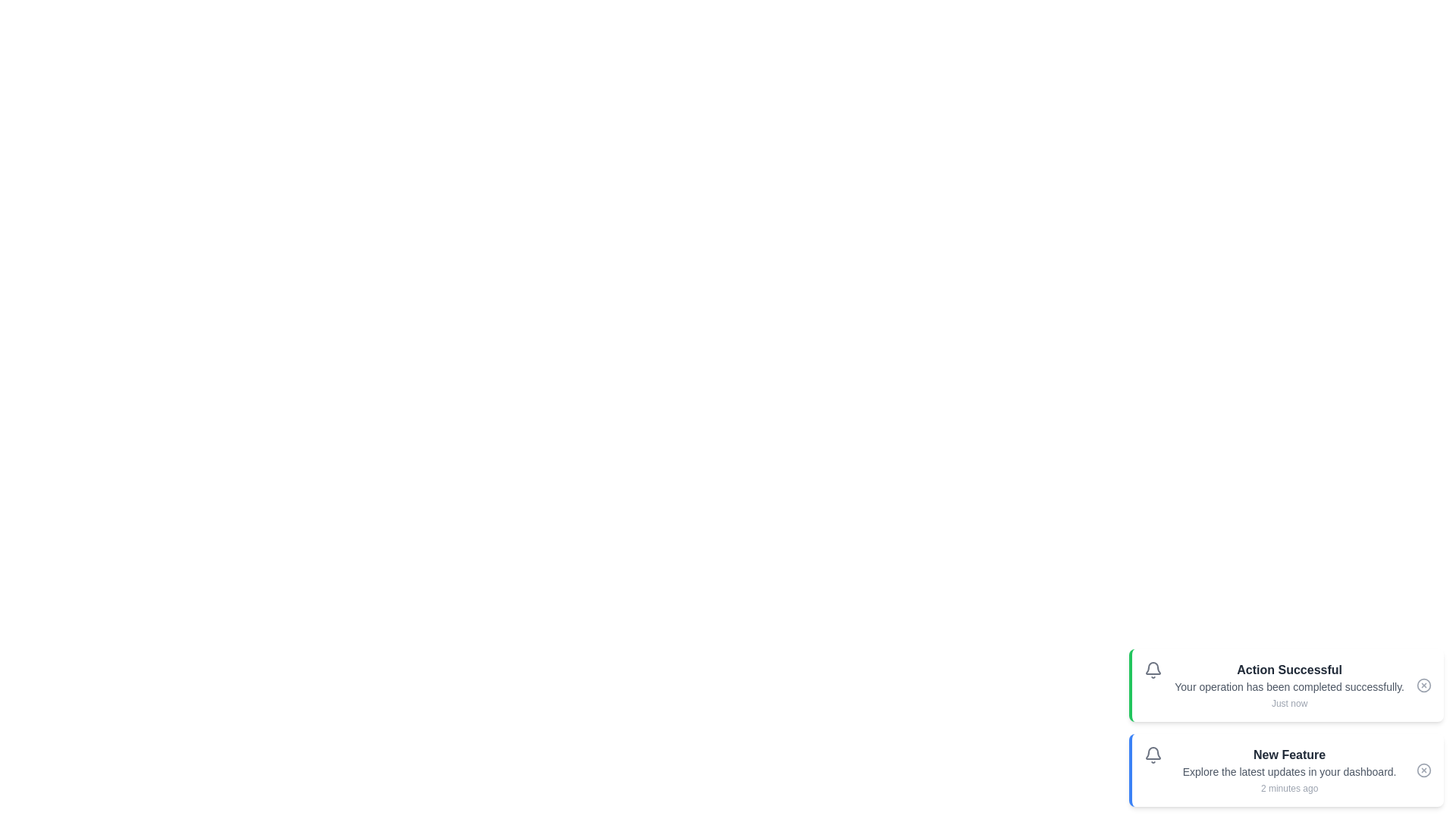 The image size is (1456, 819). Describe the element at coordinates (1153, 755) in the screenshot. I see `the bell icon representing a notification in the 'New Feature' notification card` at that location.